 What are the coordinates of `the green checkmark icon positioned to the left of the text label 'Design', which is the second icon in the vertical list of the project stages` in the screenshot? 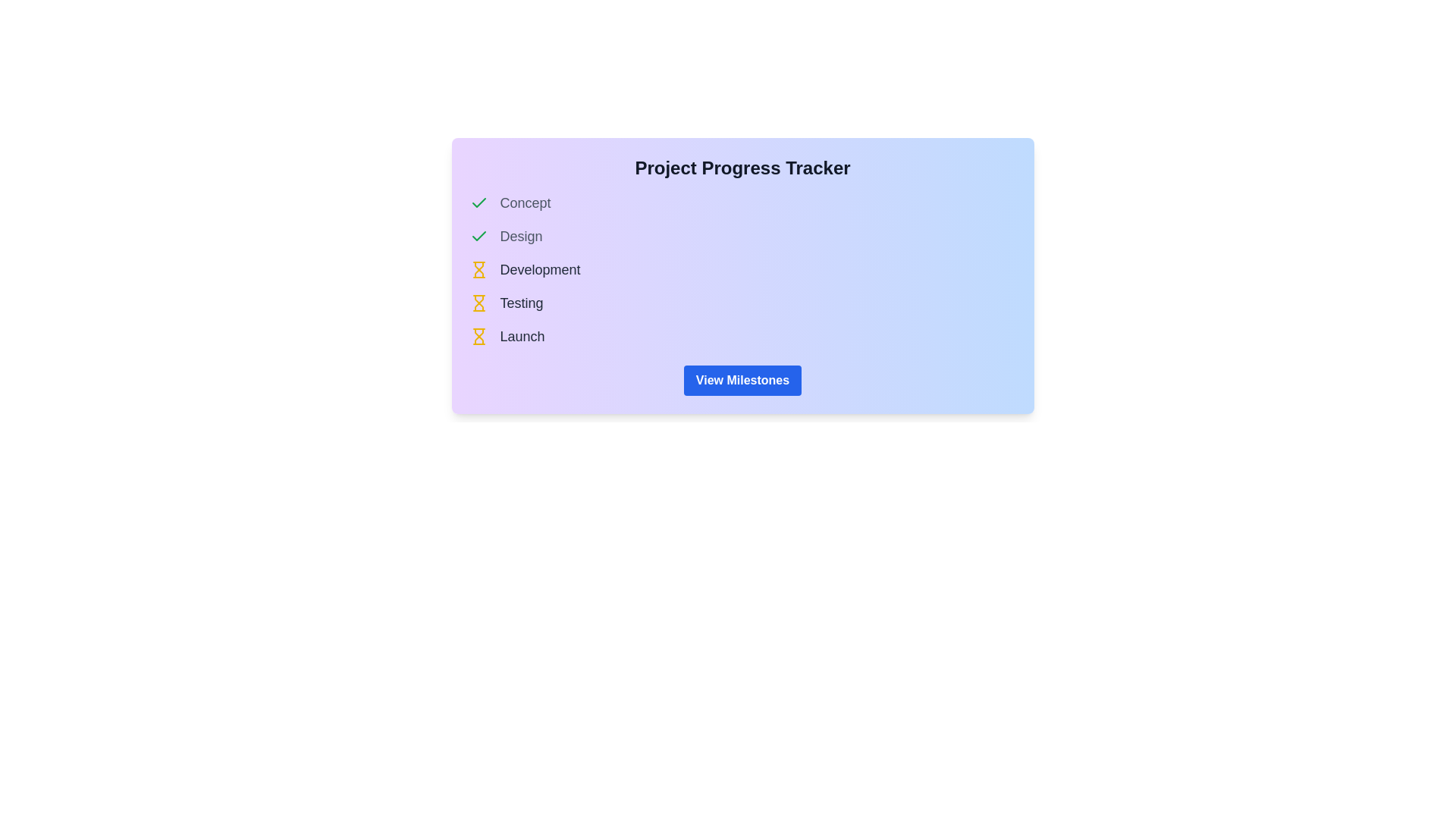 It's located at (478, 202).